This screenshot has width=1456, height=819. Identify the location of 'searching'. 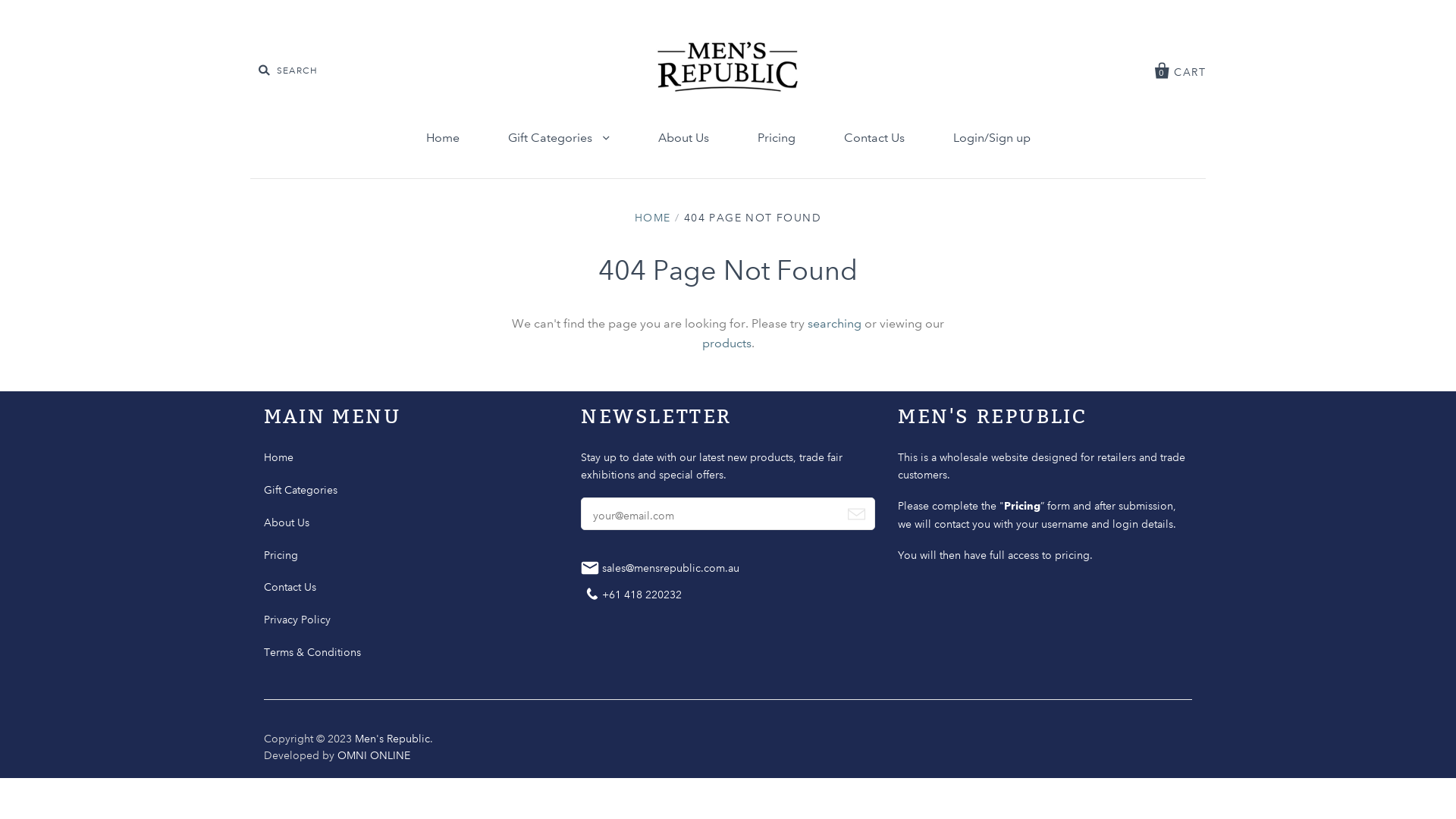
(833, 322).